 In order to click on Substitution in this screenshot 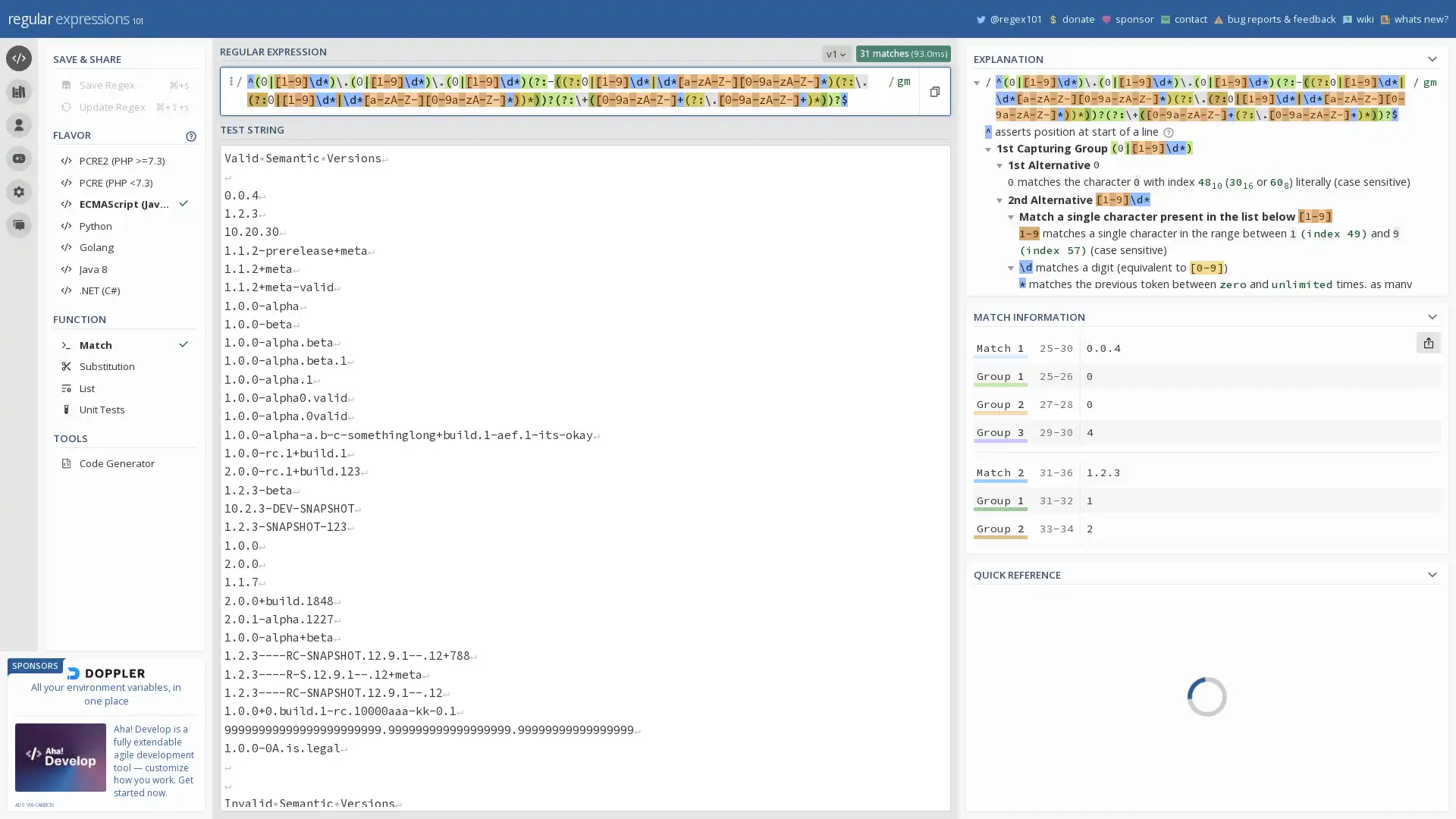, I will do `click(124, 366)`.